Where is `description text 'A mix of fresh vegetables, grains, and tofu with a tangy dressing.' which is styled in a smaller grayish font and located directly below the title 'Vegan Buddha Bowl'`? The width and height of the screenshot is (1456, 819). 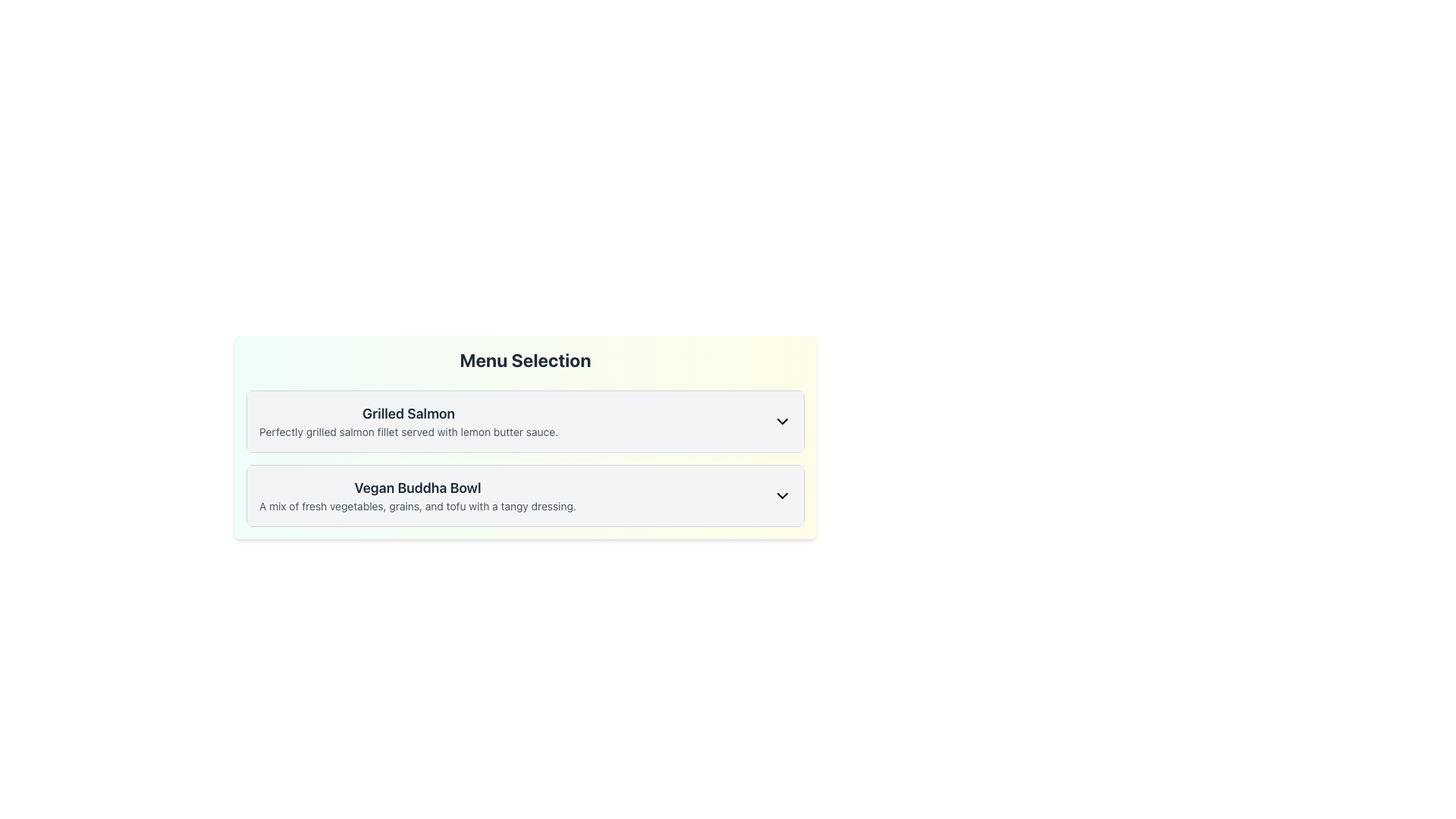
description text 'A mix of fresh vegetables, grains, and tofu with a tangy dressing.' which is styled in a smaller grayish font and located directly below the title 'Vegan Buddha Bowl' is located at coordinates (417, 506).